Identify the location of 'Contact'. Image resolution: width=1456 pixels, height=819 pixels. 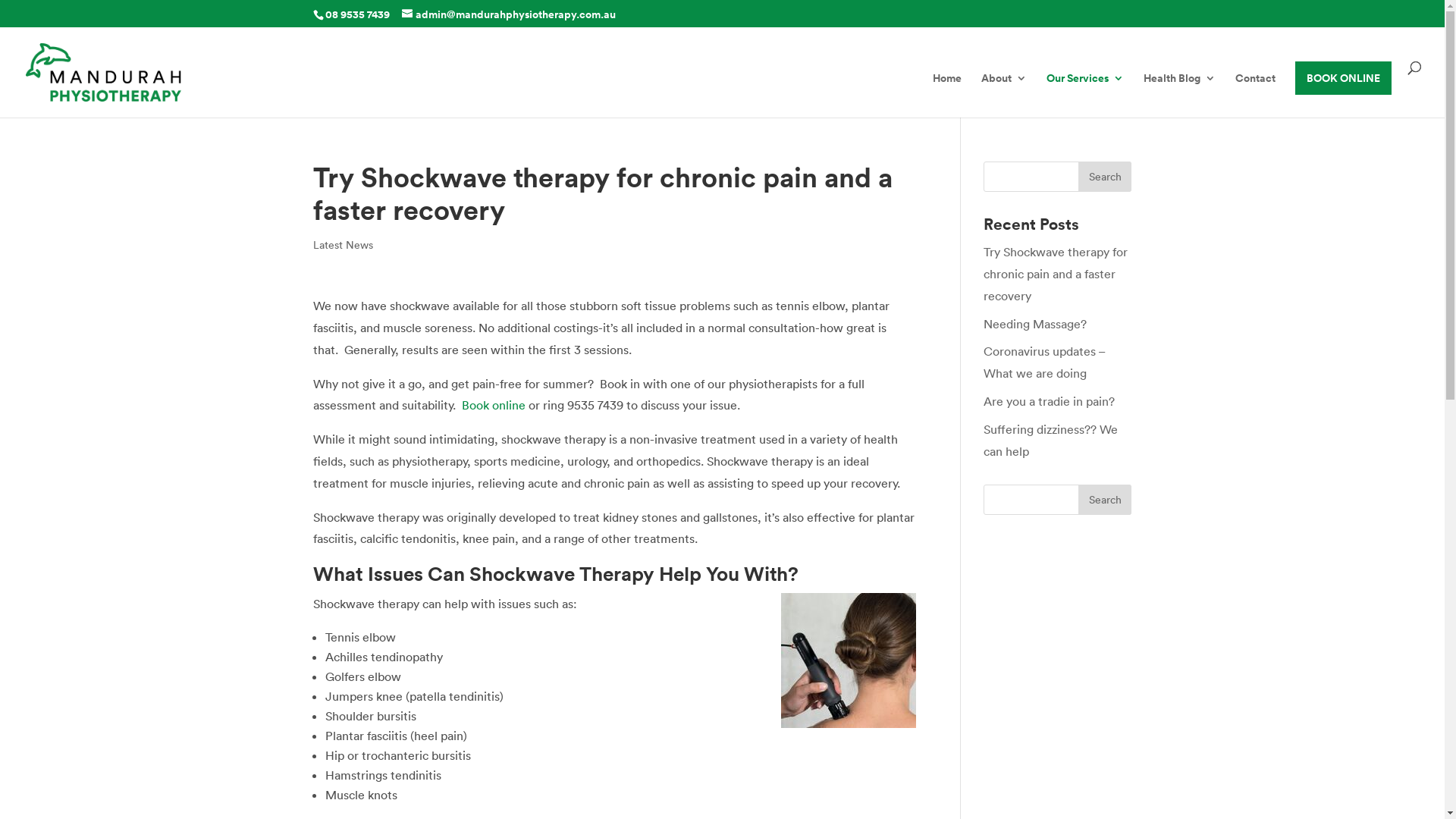
(1255, 95).